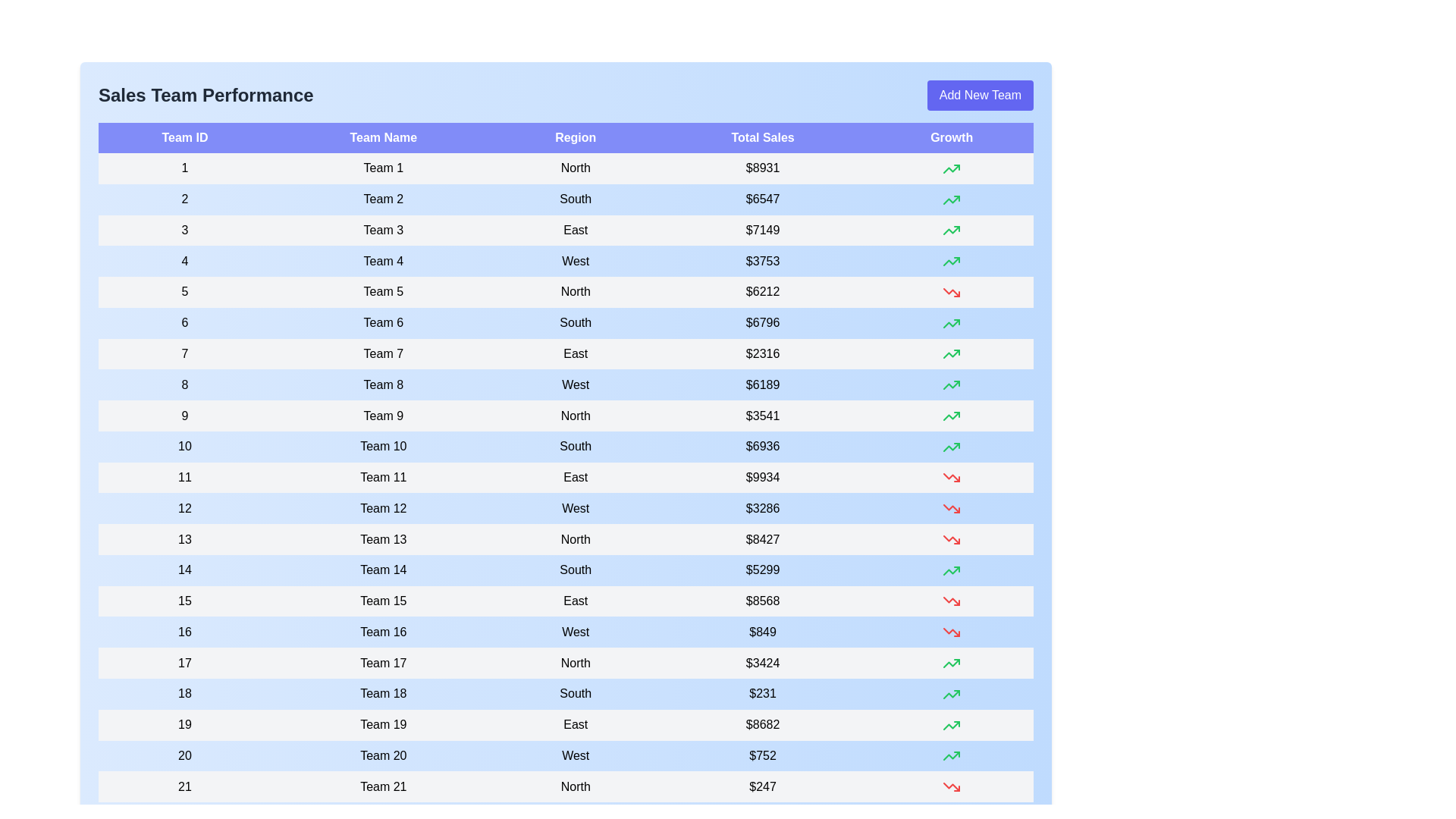  Describe the element at coordinates (575, 137) in the screenshot. I see `the header to sort the table by Region` at that location.